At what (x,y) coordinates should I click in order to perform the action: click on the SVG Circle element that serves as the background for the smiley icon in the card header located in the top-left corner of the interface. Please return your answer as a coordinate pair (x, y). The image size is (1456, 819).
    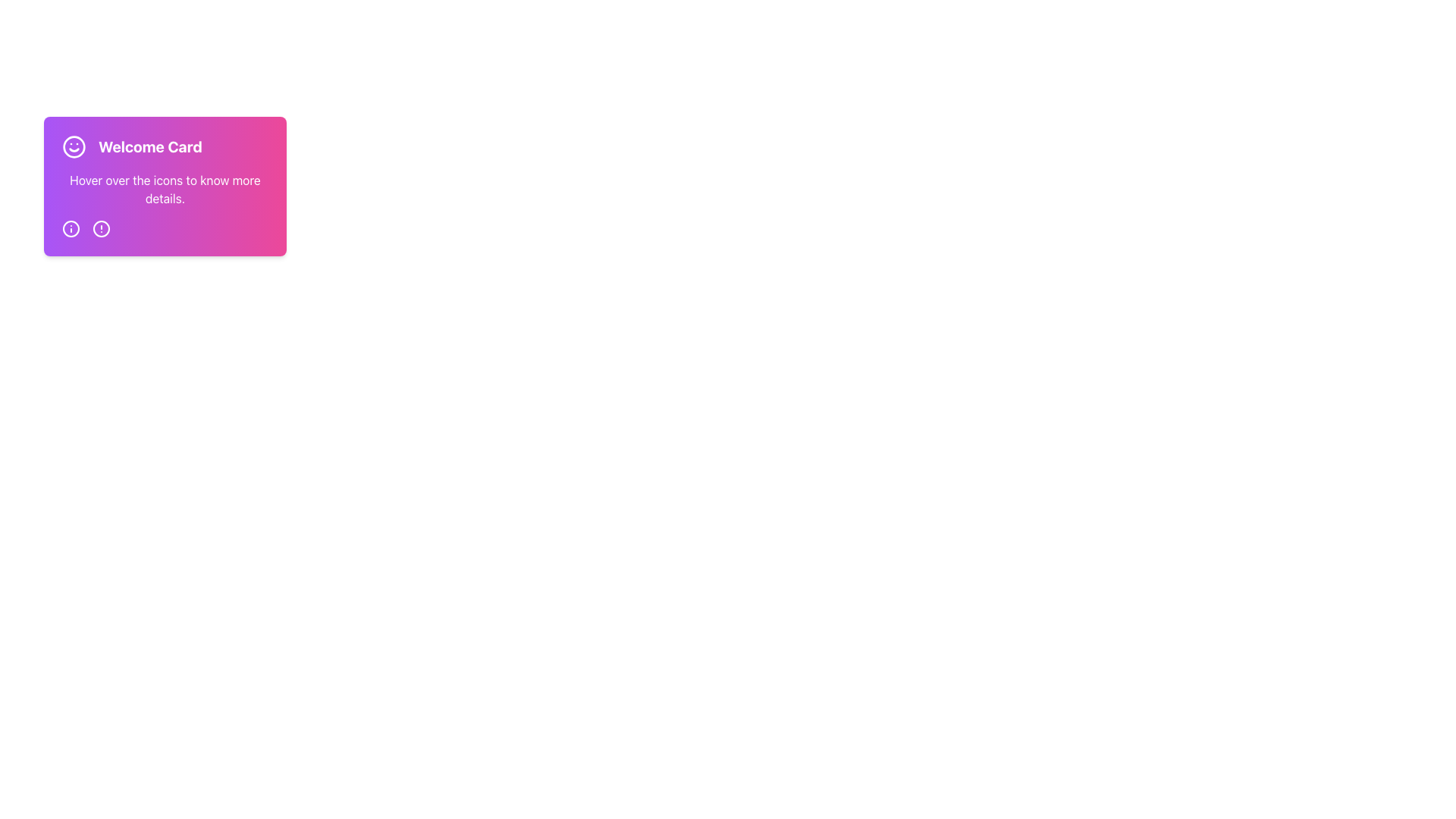
    Looking at the image, I should click on (73, 146).